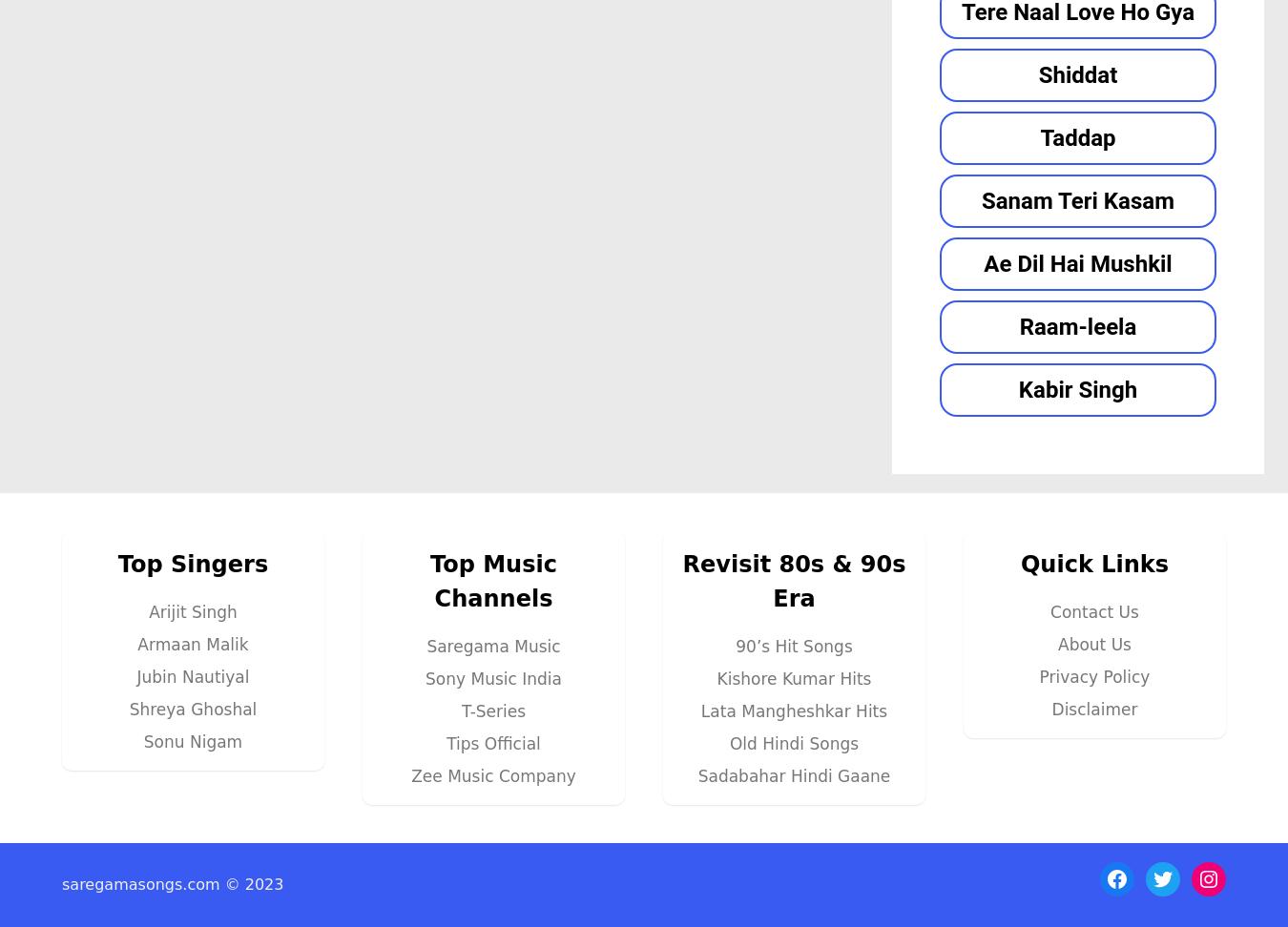 The height and width of the screenshot is (927, 1288). Describe the element at coordinates (492, 773) in the screenshot. I see `'Zee Music Company'` at that location.